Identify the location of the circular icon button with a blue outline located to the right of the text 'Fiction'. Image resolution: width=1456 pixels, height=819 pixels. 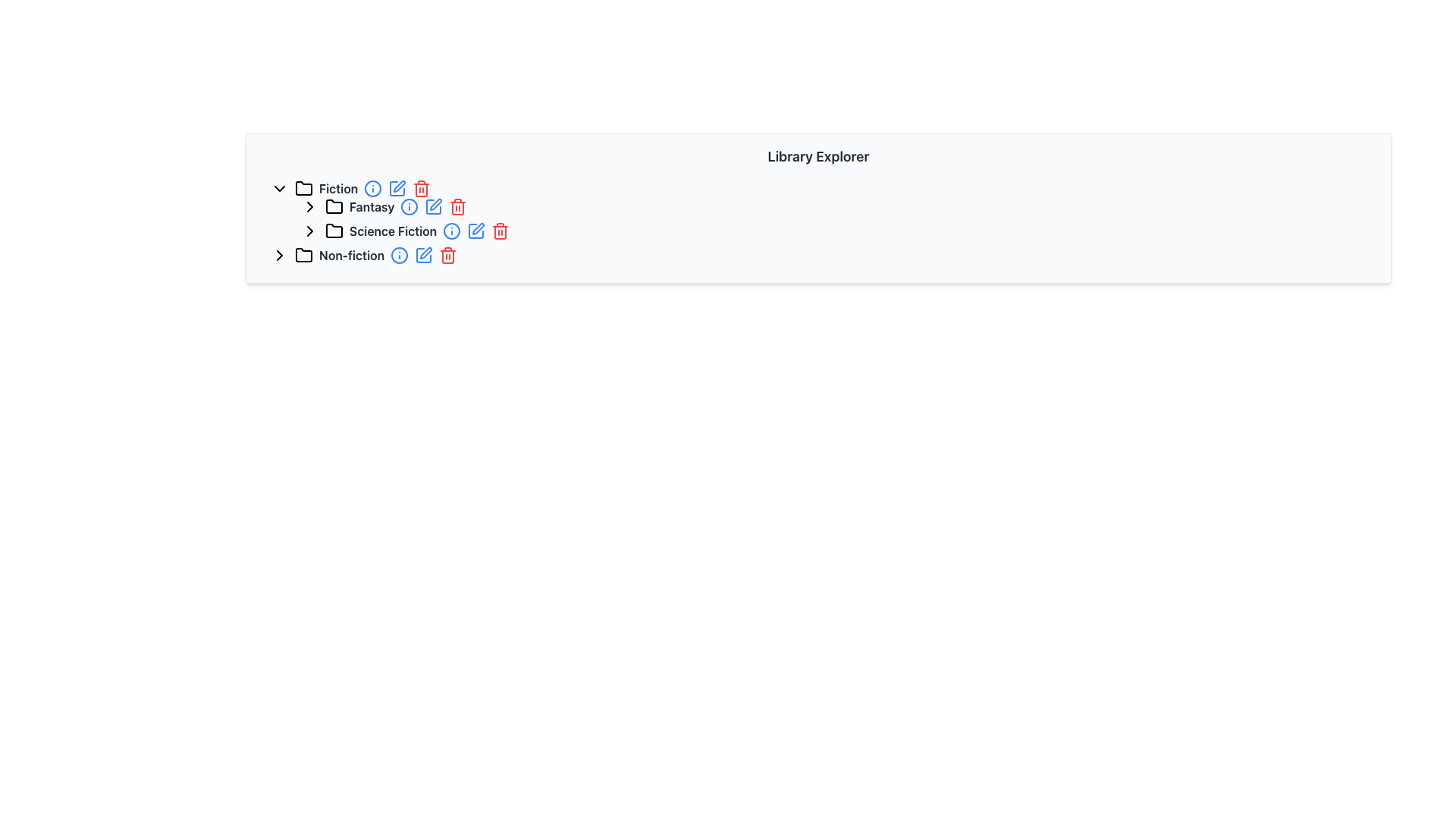
(373, 188).